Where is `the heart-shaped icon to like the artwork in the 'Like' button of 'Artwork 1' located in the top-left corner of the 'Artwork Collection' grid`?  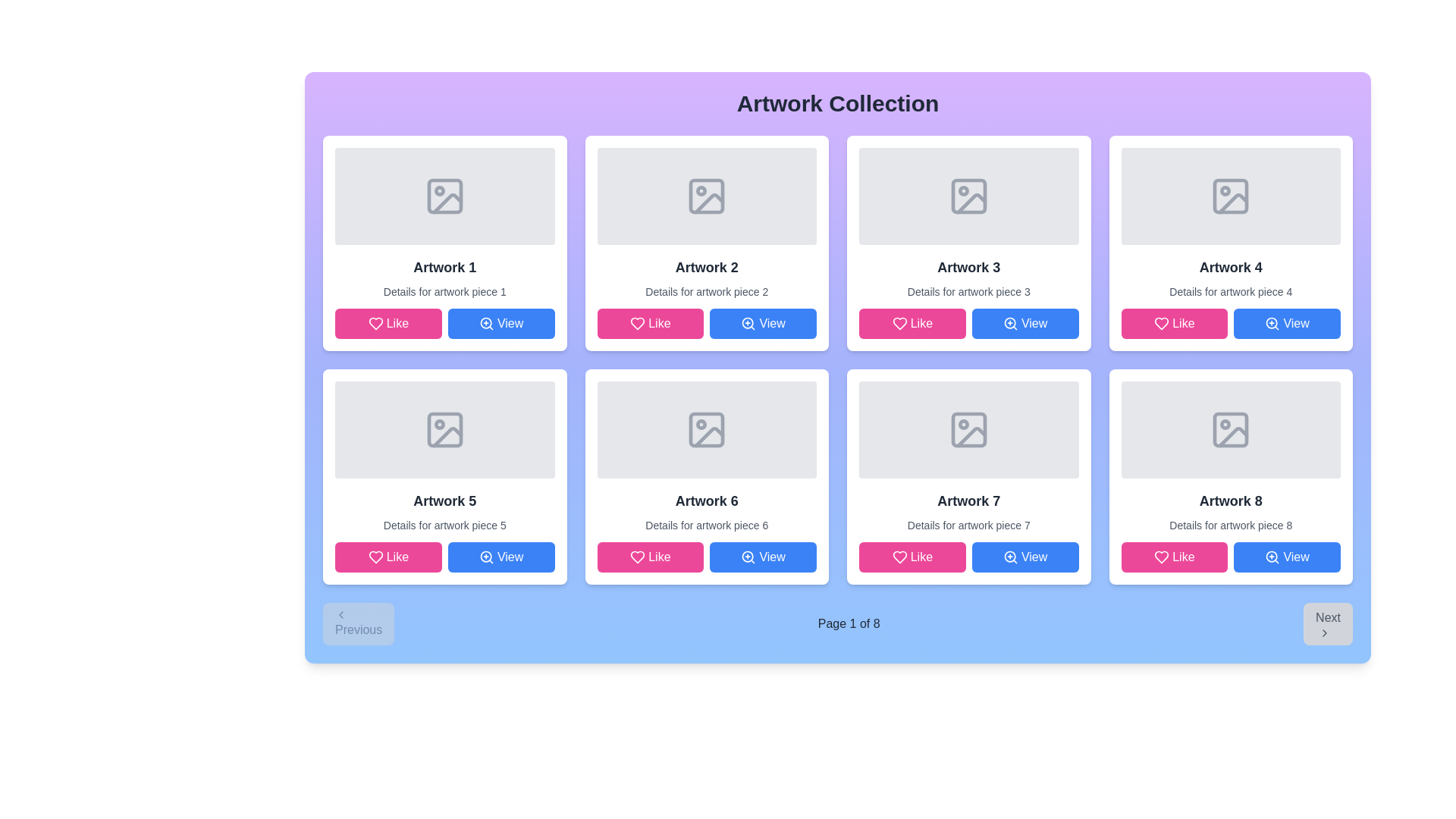
the heart-shaped icon to like the artwork in the 'Like' button of 'Artwork 1' located in the top-left corner of the 'Artwork Collection' grid is located at coordinates (375, 323).